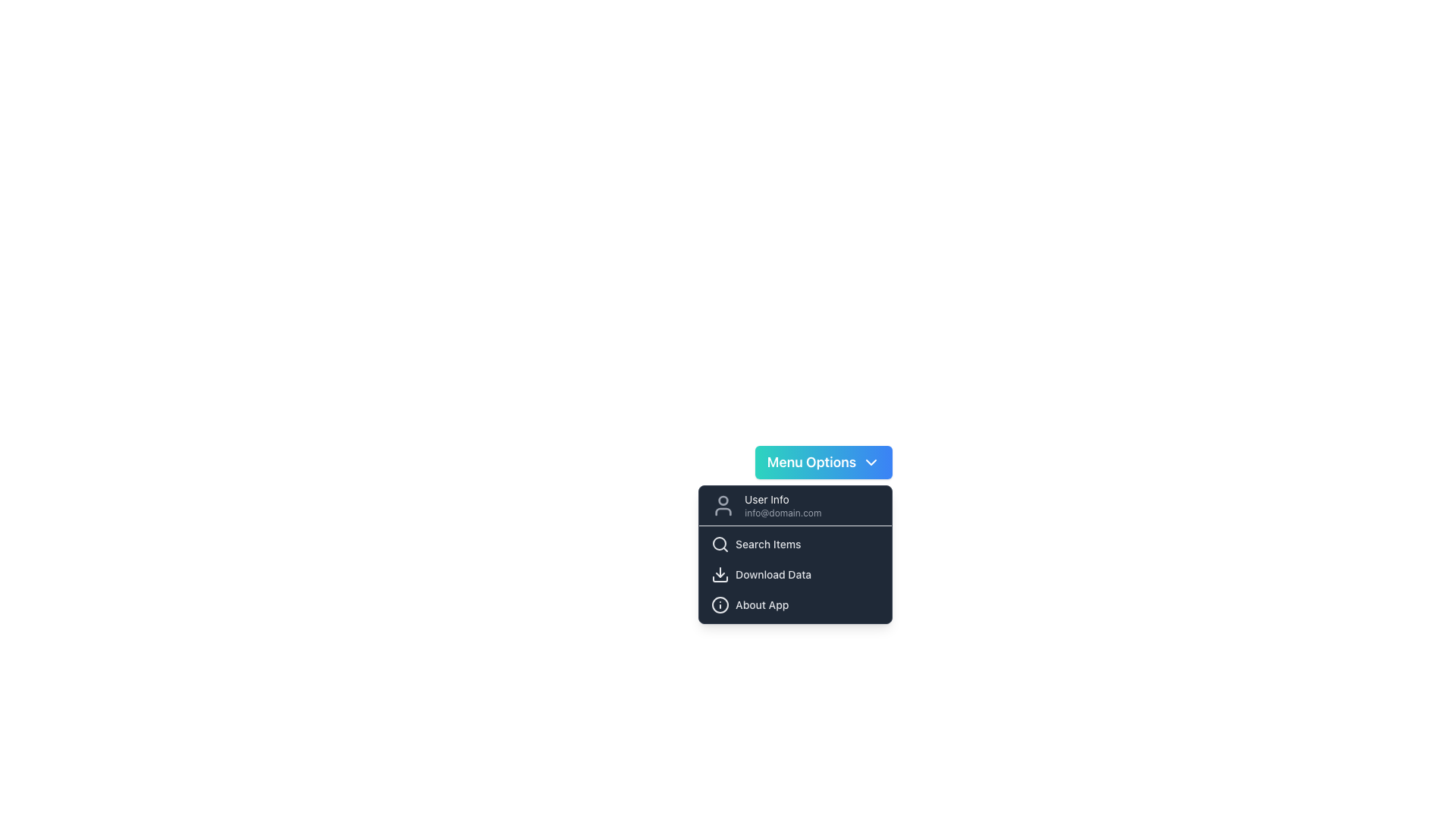 The image size is (1456, 819). Describe the element at coordinates (795, 554) in the screenshot. I see `an option in the dropdown menu with a dark gray background located below the 'Menu Options' button` at that location.